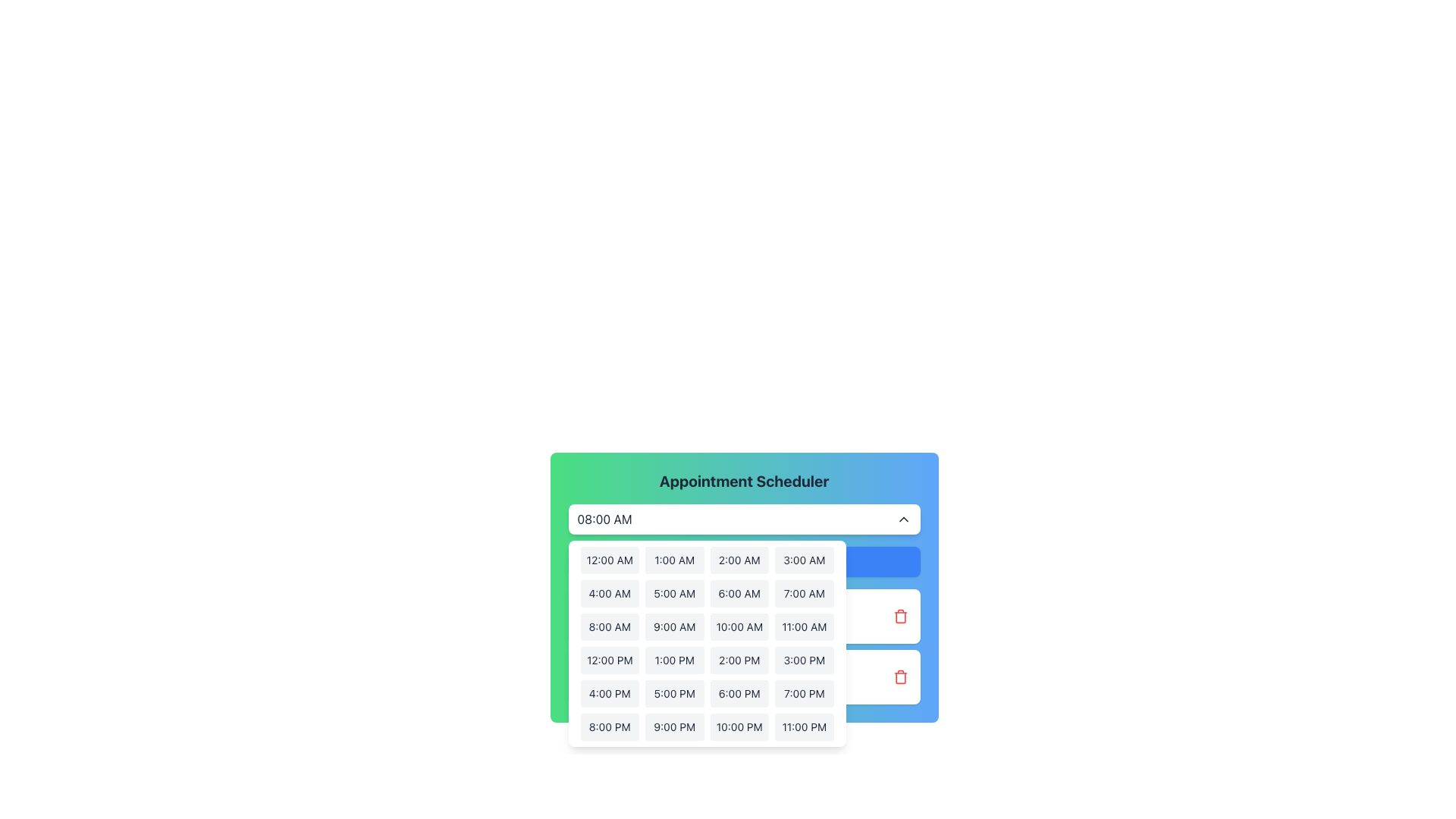  What do you see at coordinates (744, 579) in the screenshot?
I see `the time selection option for '2:00 AM' located in the Appointment Scheduler interface, which is the third item in the first row of time options below the '08:00 AM' dropdown` at bounding box center [744, 579].